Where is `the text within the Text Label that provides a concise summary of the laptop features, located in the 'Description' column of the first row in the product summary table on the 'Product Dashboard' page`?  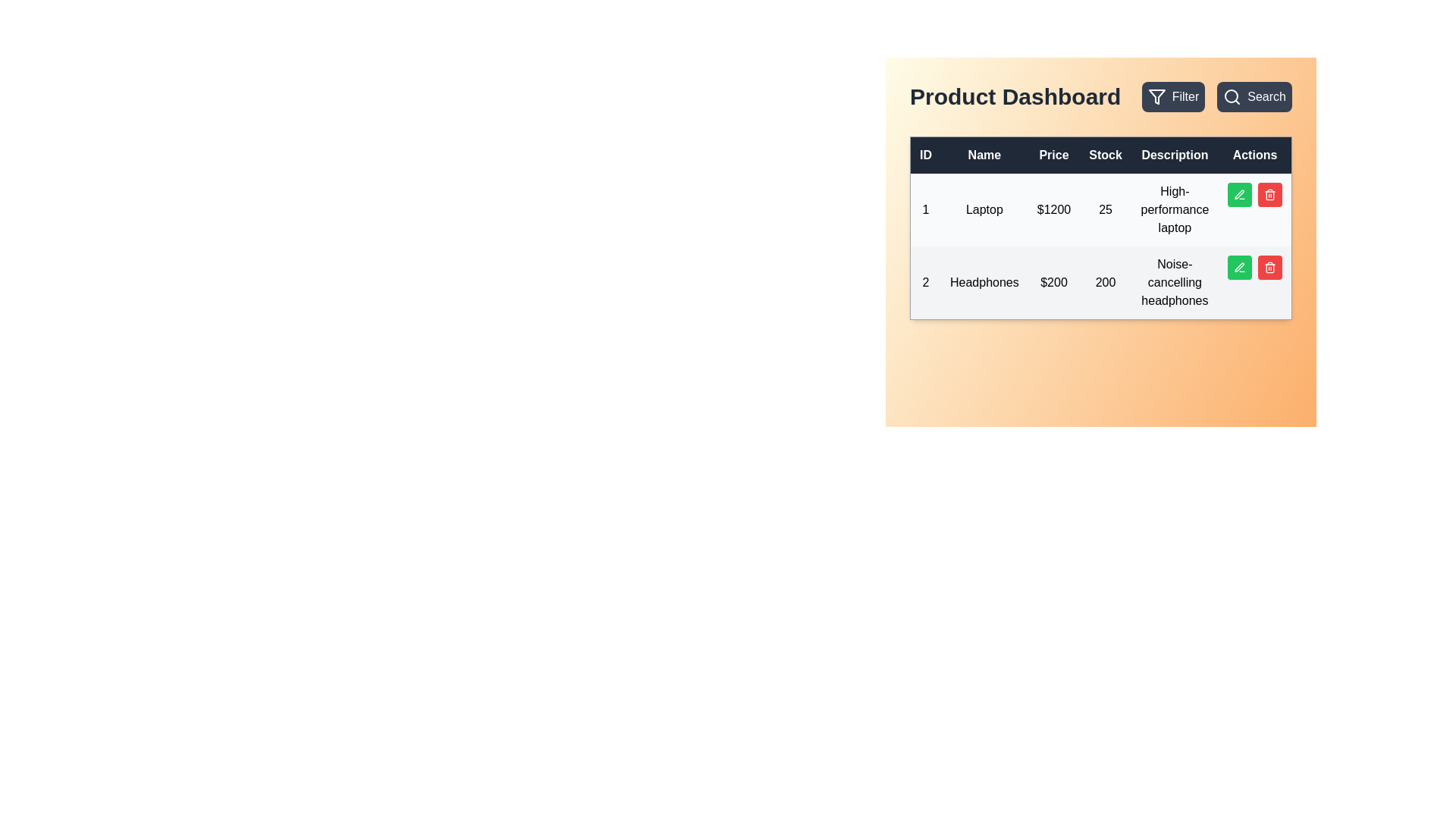 the text within the Text Label that provides a concise summary of the laptop features, located in the 'Description' column of the first row in the product summary table on the 'Product Dashboard' page is located at coordinates (1174, 210).